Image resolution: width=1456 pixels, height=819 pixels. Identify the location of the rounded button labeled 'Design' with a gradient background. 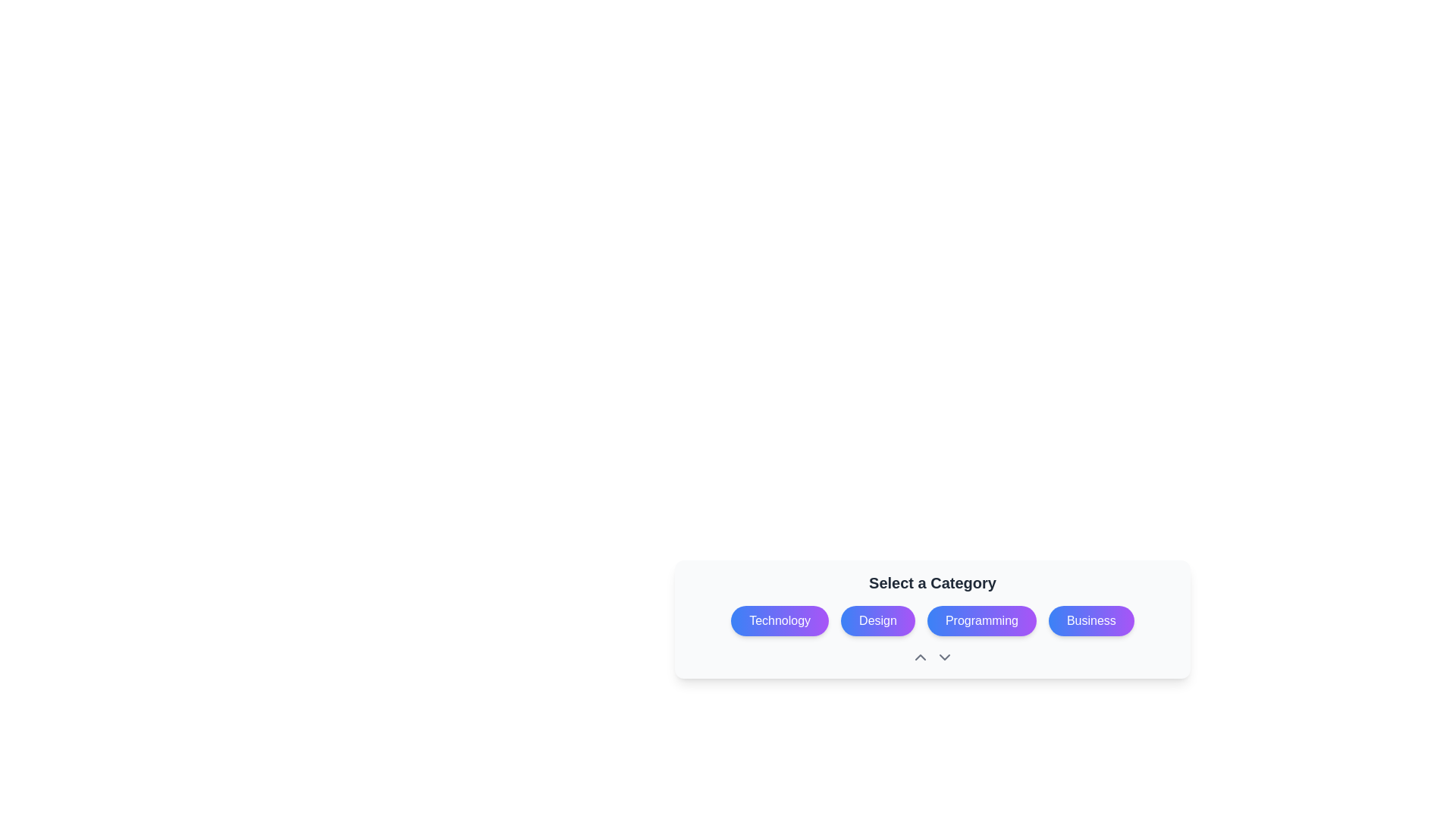
(877, 620).